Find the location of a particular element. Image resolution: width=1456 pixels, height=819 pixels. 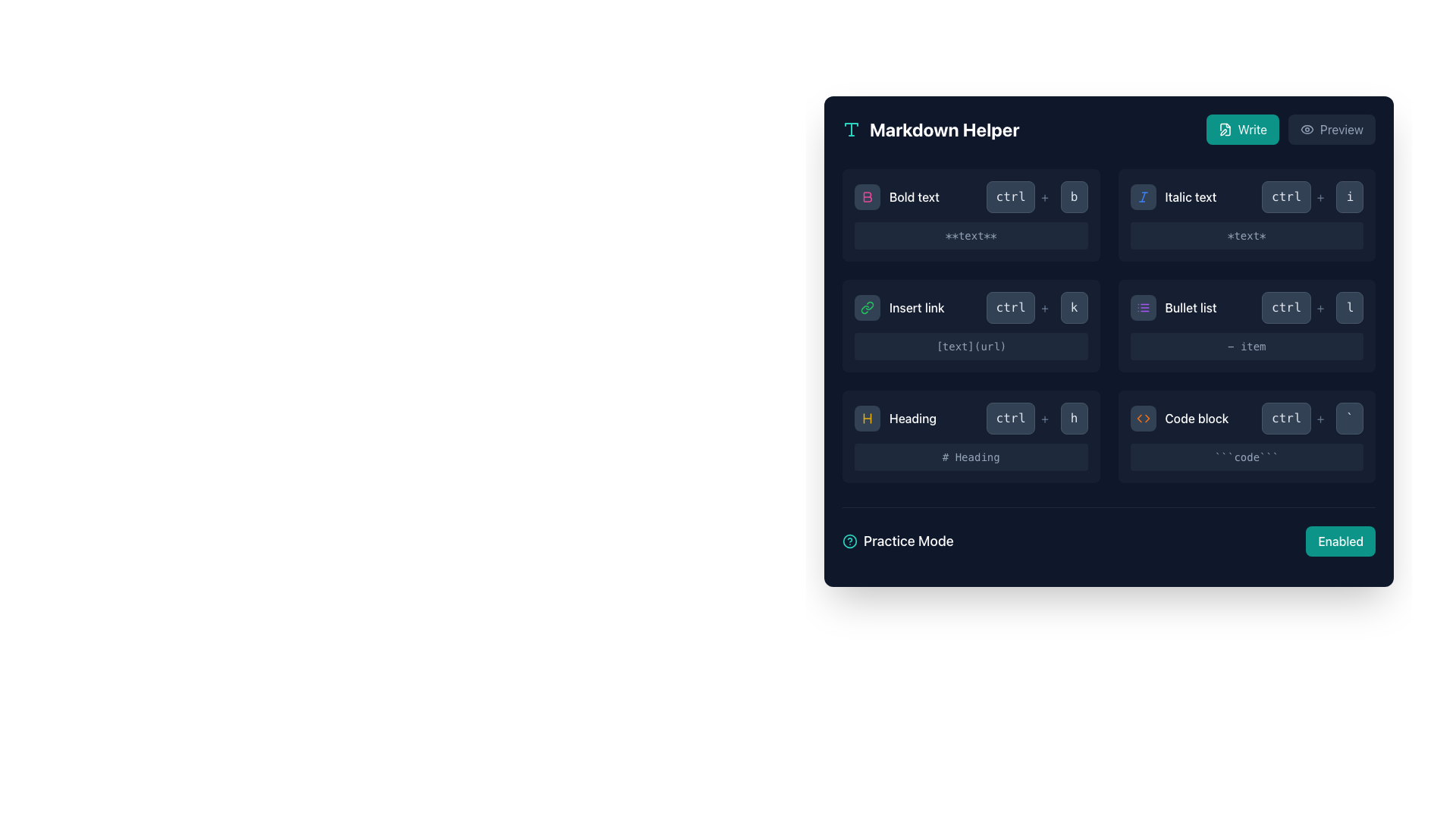

the 'Preview' button on the Button Group located in the upper-right corner of the 'Markdown Helper' card to switch to preview mode is located at coordinates (1290, 128).